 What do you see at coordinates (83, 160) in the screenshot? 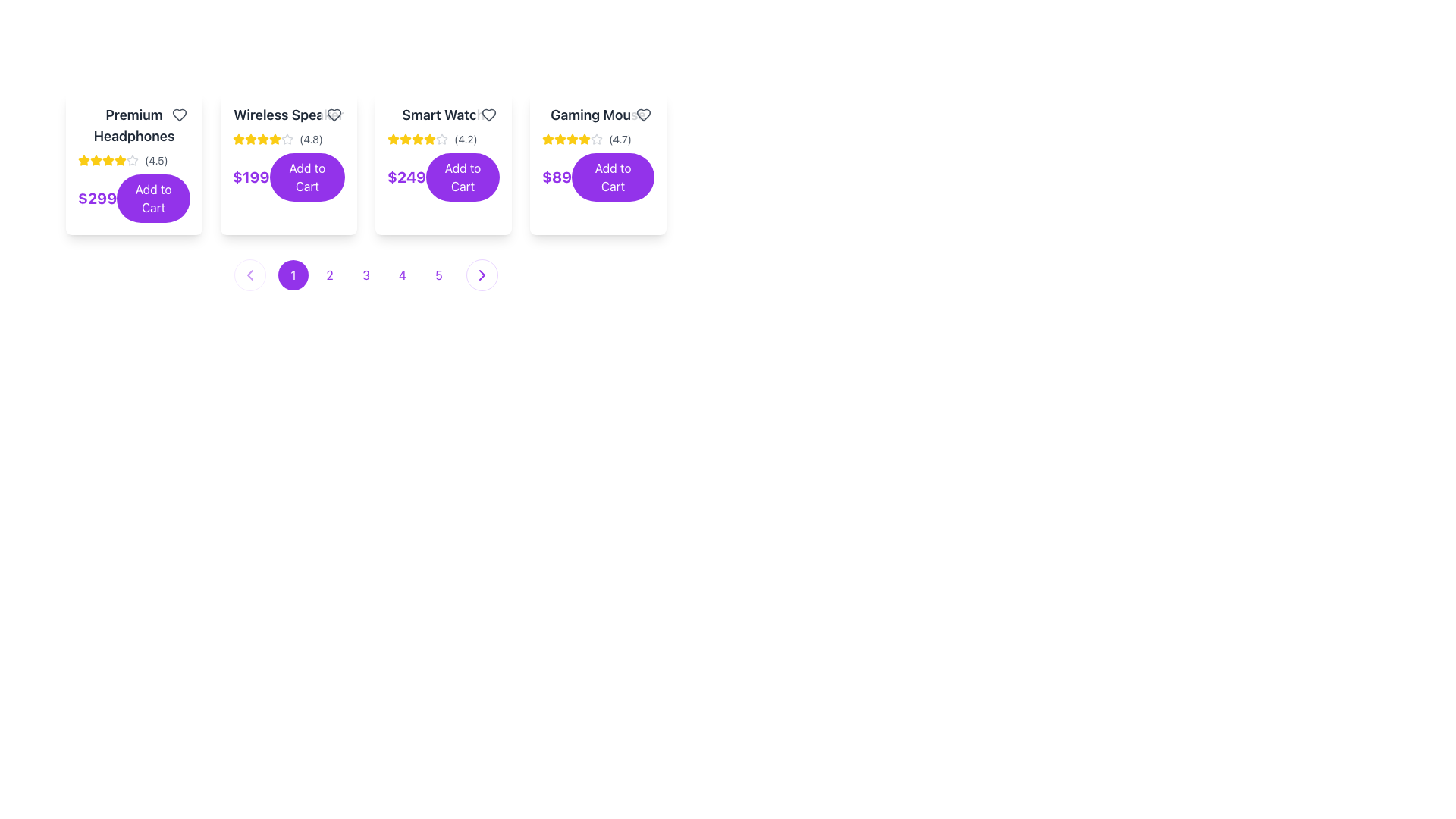
I see `the yellow star icon used for rating, which is the first star in the series located under the 'Premium Headphones' card` at bounding box center [83, 160].